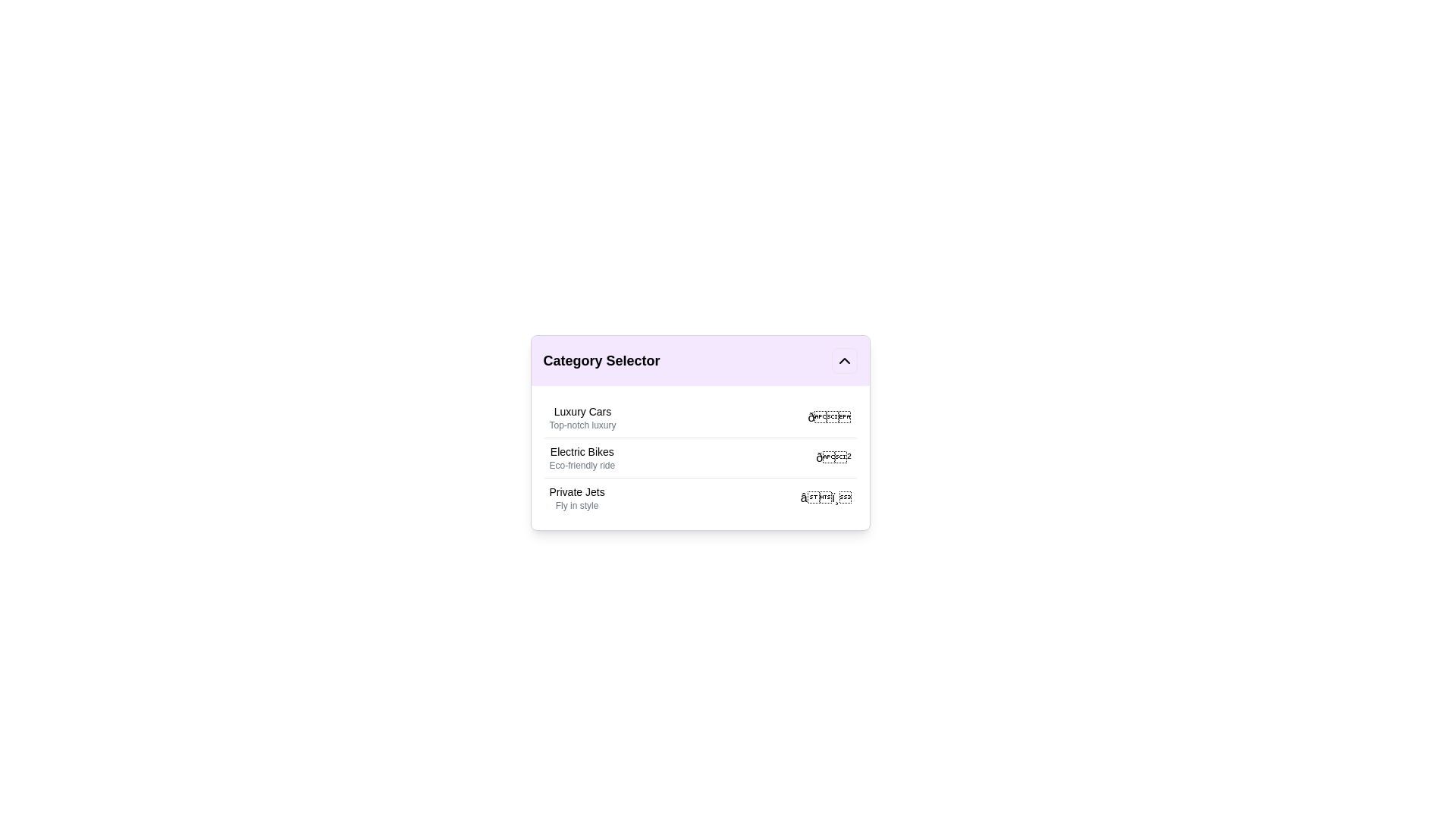 This screenshot has height=819, width=1456. I want to click on the 'Electric Bikes' list item, which provides an overview of eco-friendly rides, so click(699, 457).